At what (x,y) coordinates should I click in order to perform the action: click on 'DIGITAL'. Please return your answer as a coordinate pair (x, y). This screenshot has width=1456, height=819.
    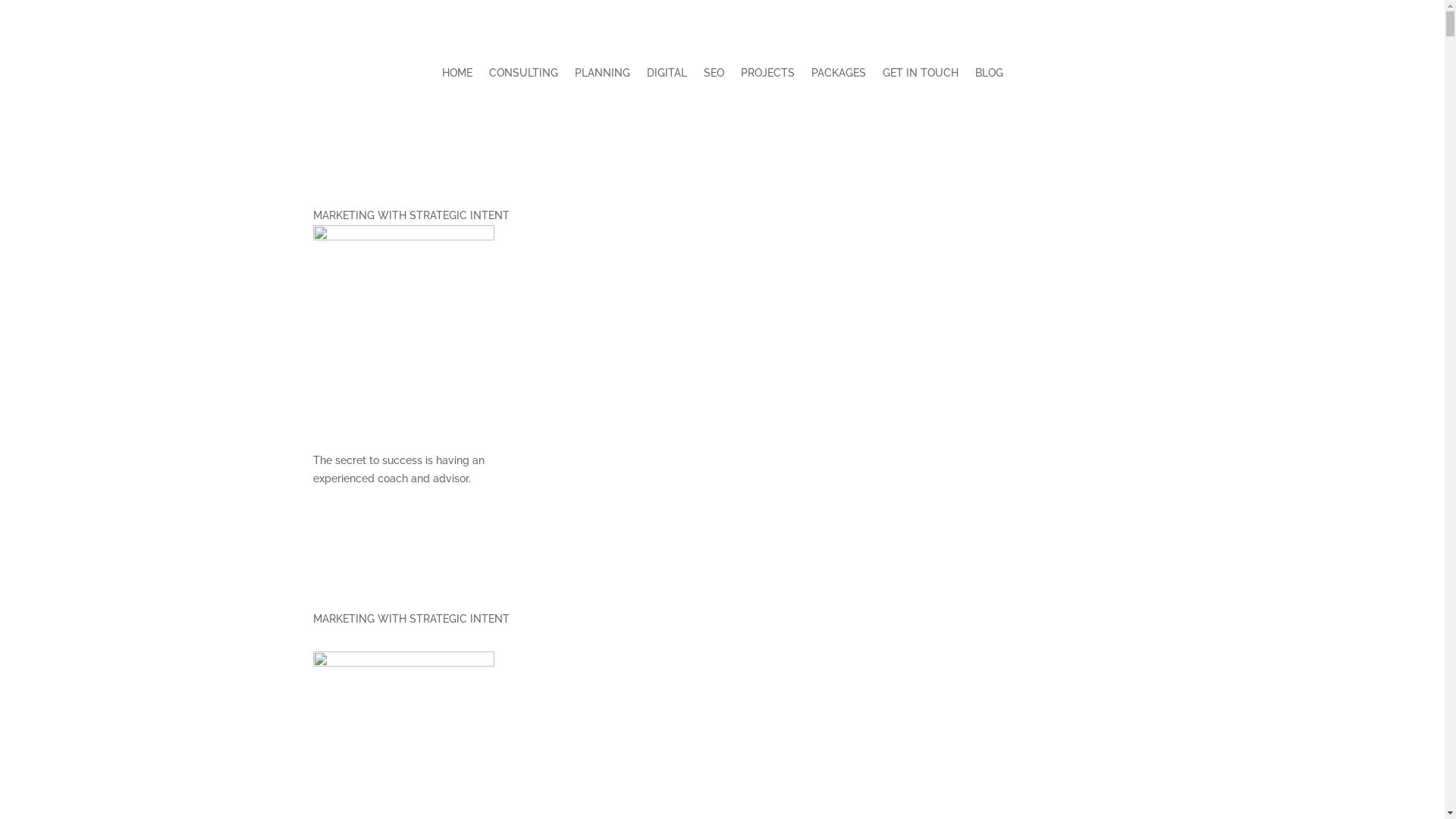
    Looking at the image, I should click on (645, 76).